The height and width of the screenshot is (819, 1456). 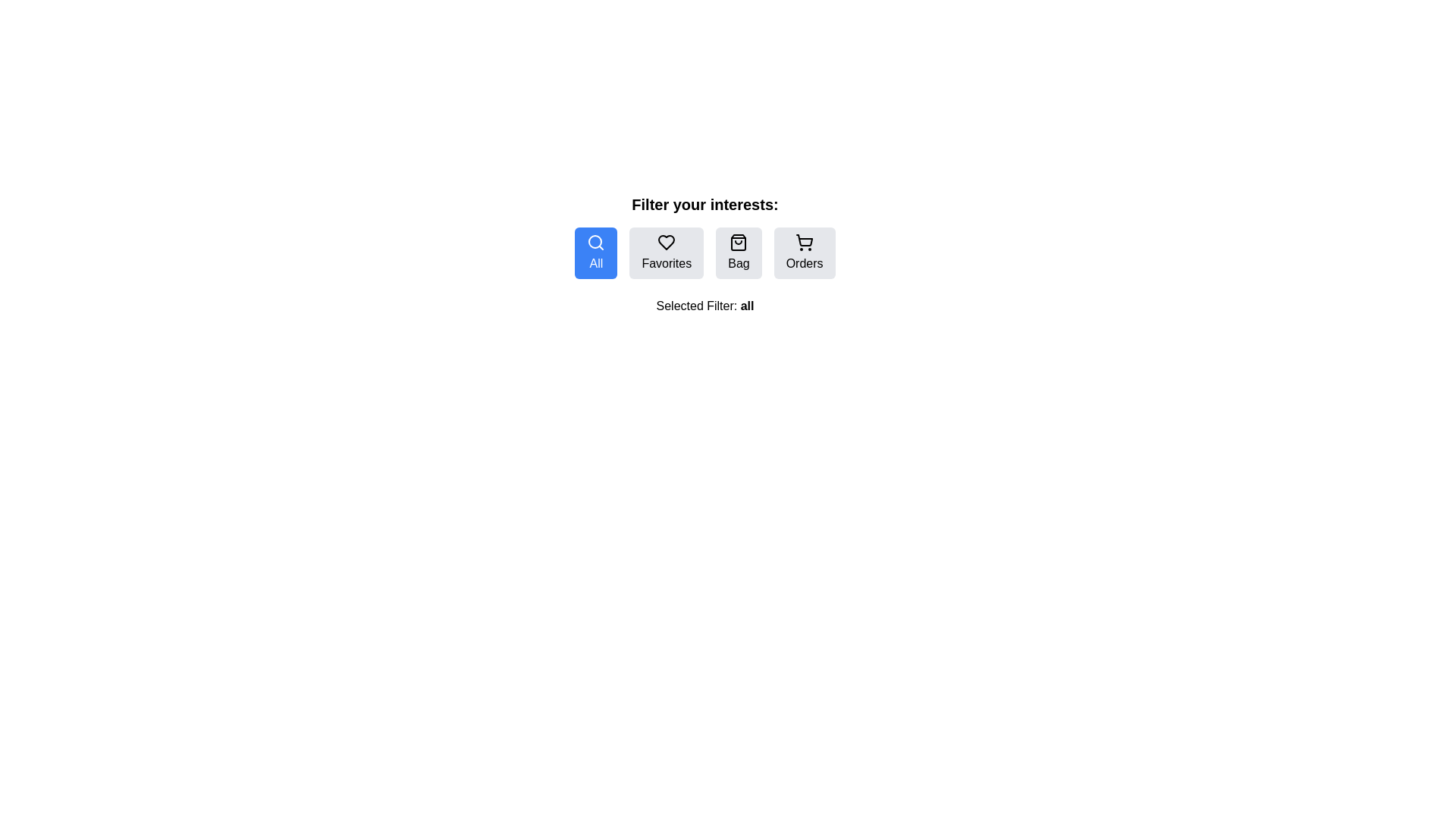 I want to click on the Bag filter button to change the active filter, so click(x=739, y=253).